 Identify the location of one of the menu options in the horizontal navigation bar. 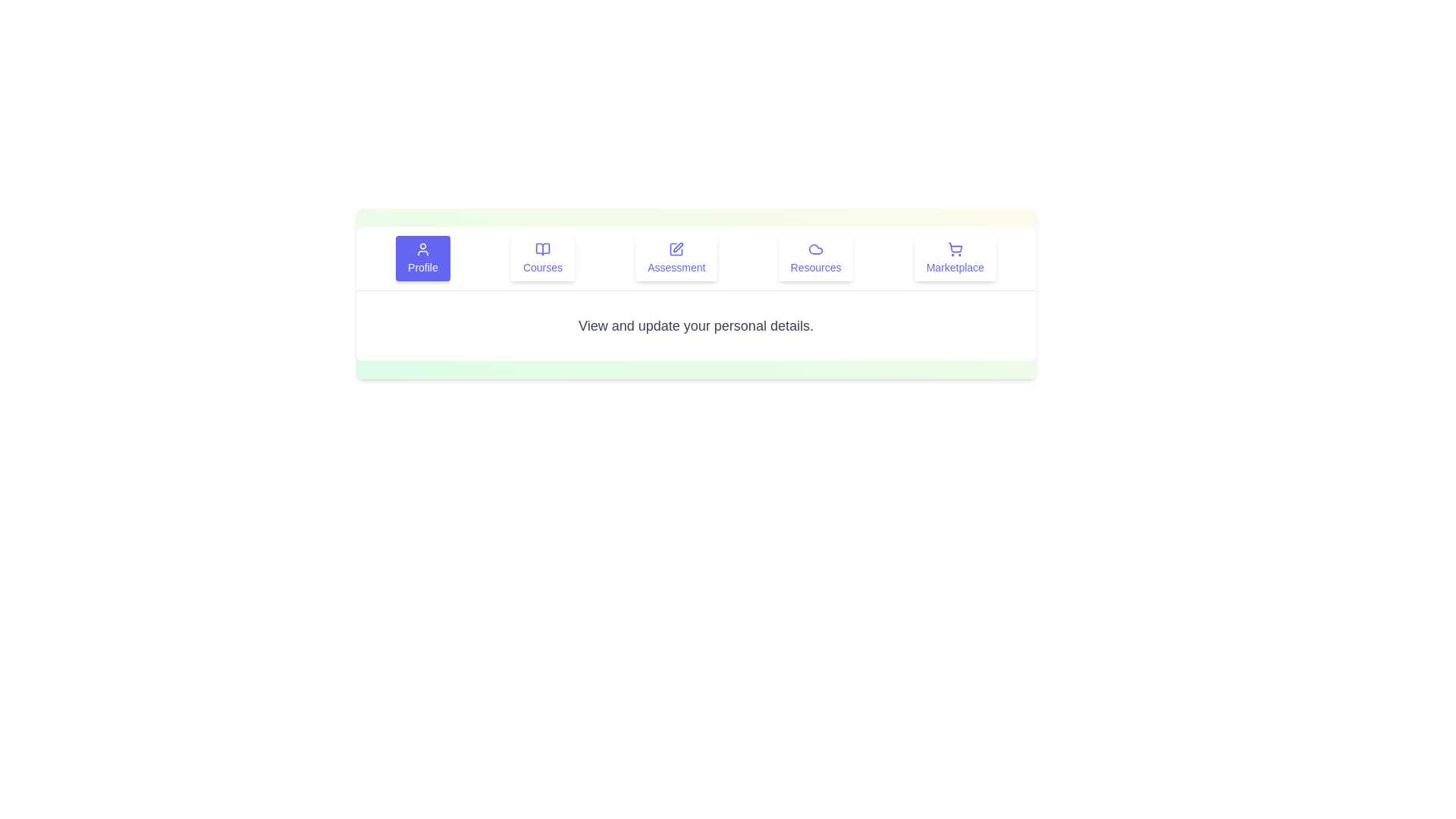
(695, 257).